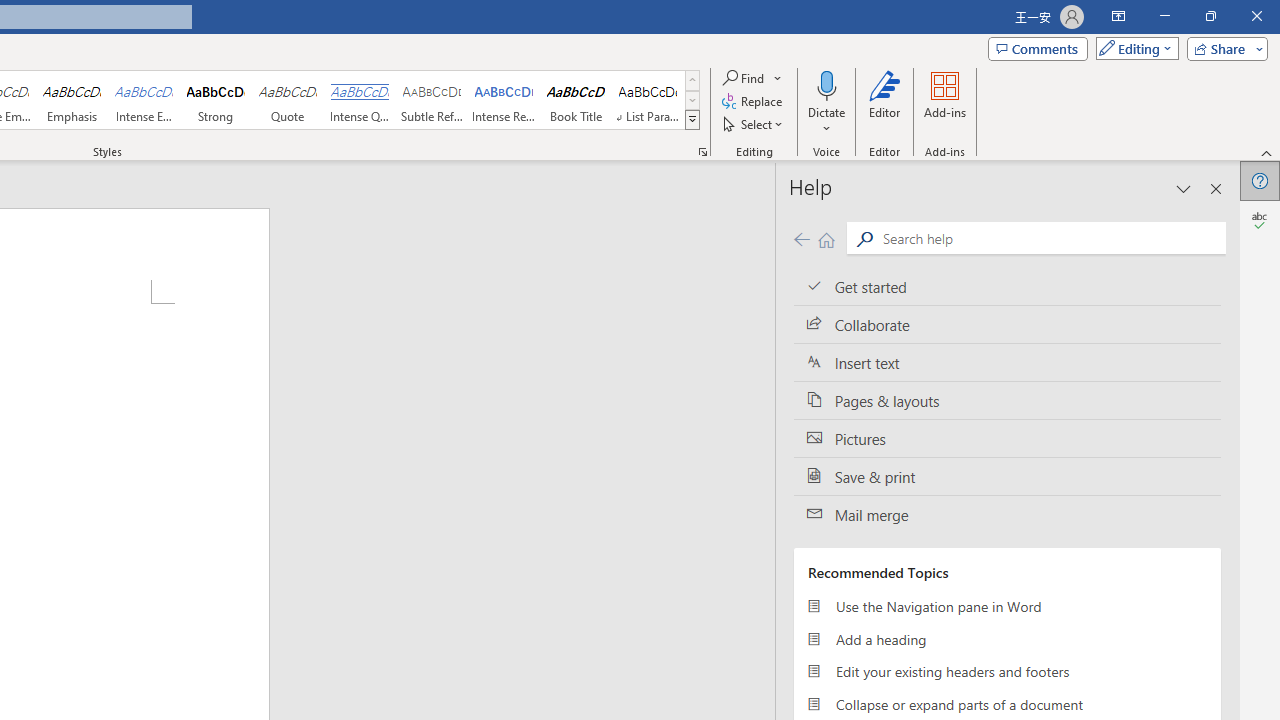  I want to click on 'Row up', so click(692, 79).